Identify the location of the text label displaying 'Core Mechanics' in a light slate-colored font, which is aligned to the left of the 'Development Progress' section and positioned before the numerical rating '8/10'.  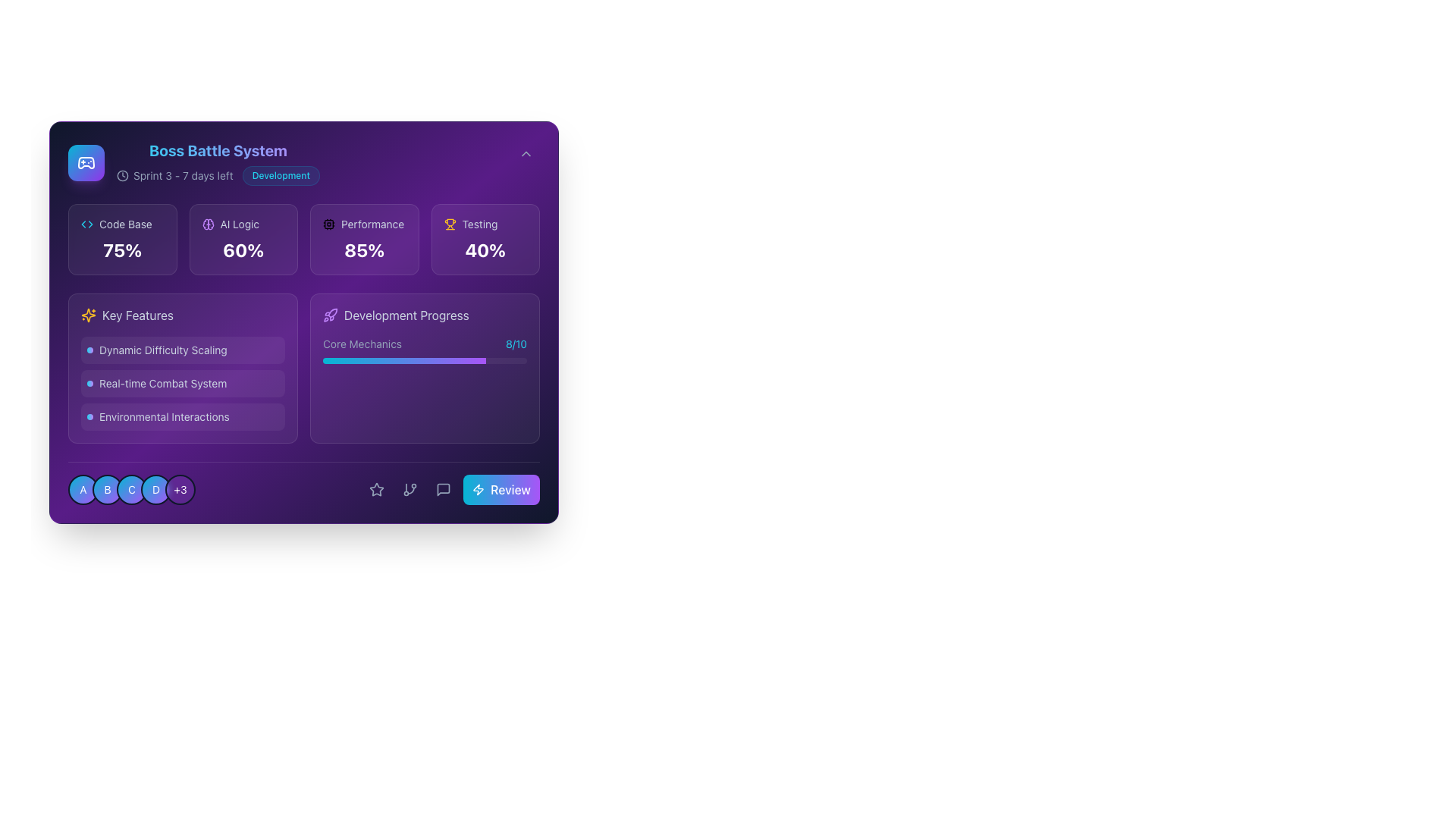
(362, 344).